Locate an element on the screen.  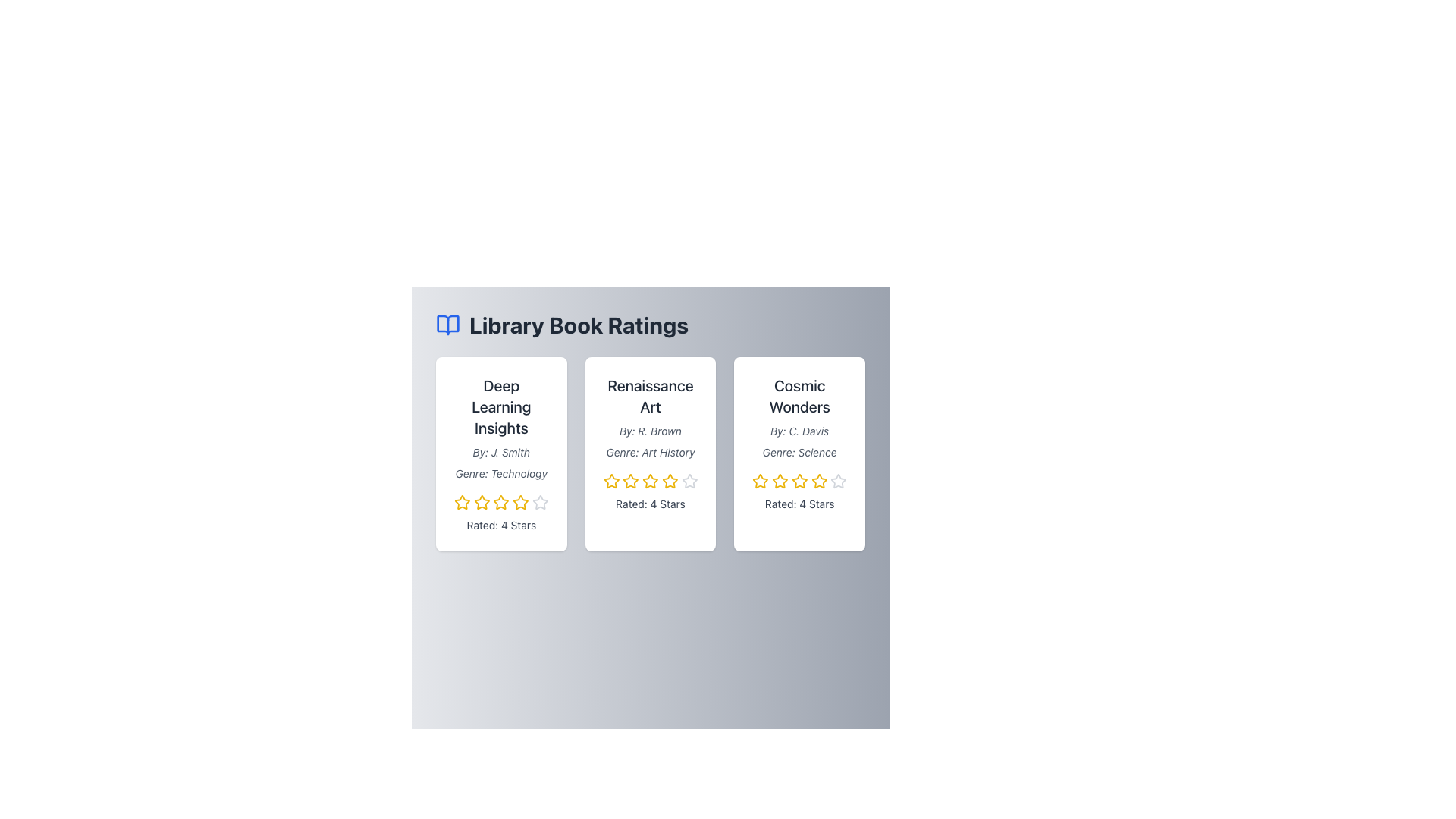
the rating is located at coordinates (797, 481).